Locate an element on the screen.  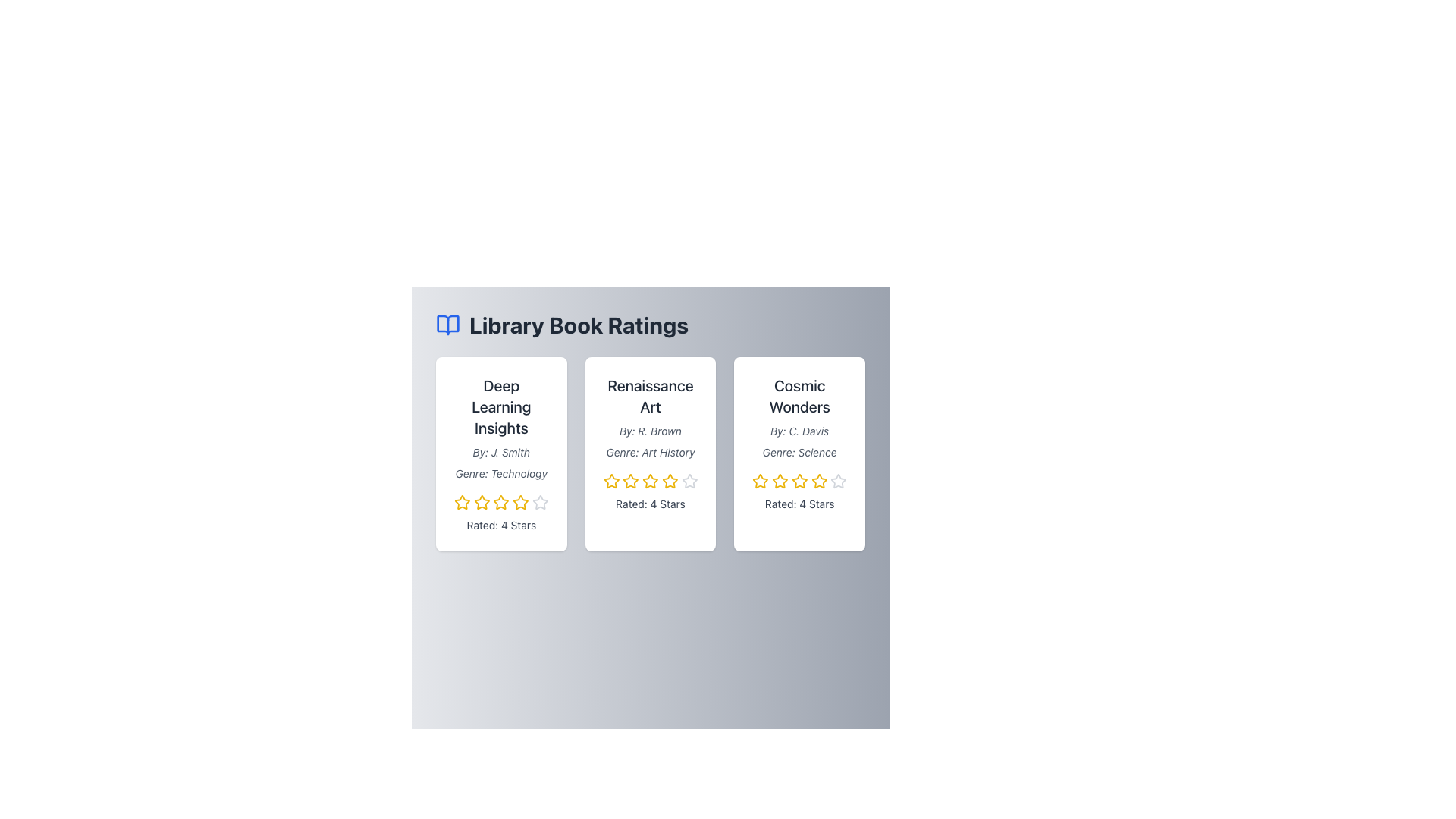
the rating is located at coordinates (797, 481).